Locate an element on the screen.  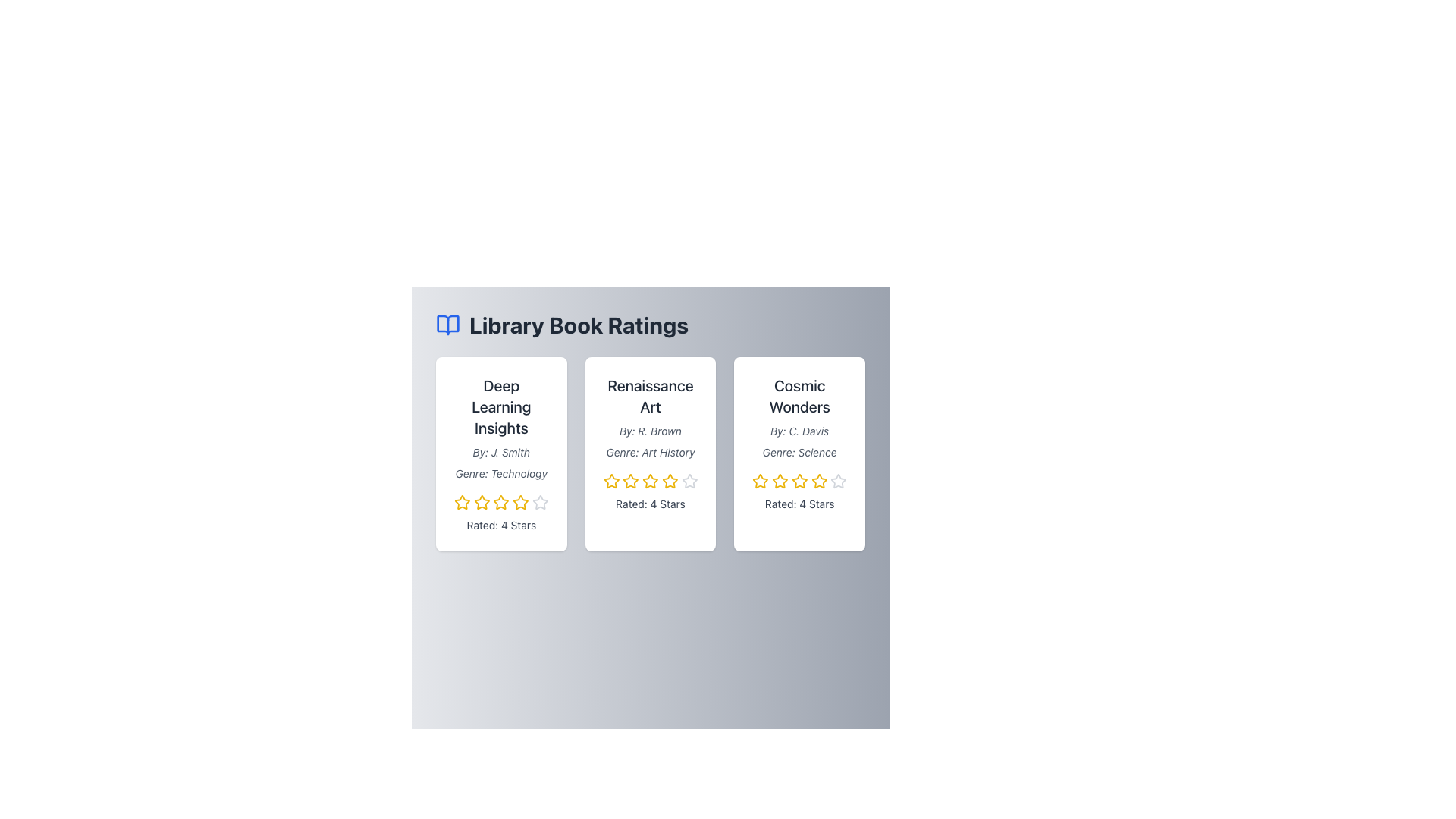
the rating is located at coordinates (797, 481).